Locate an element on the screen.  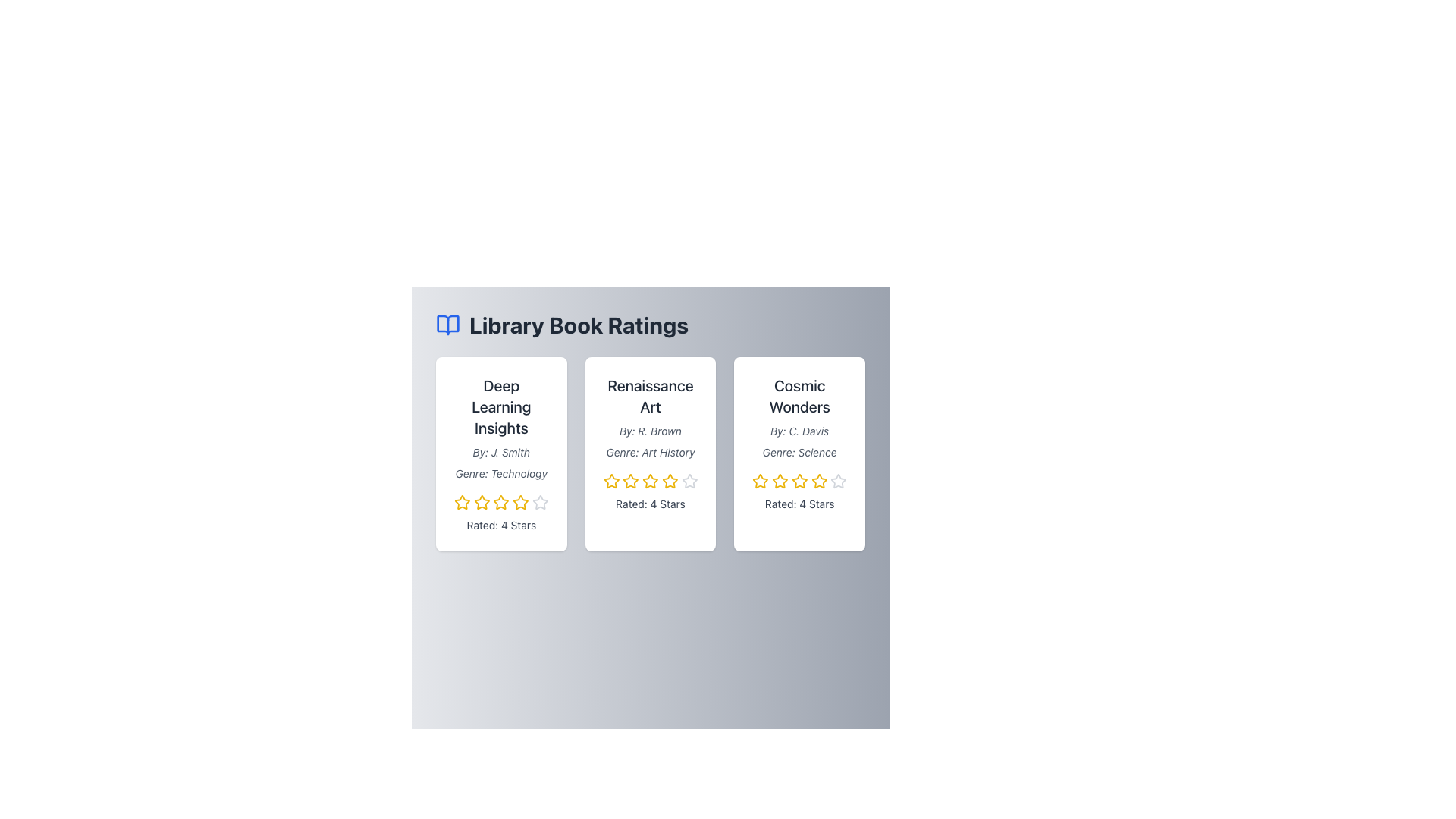
the rating is located at coordinates (797, 481).